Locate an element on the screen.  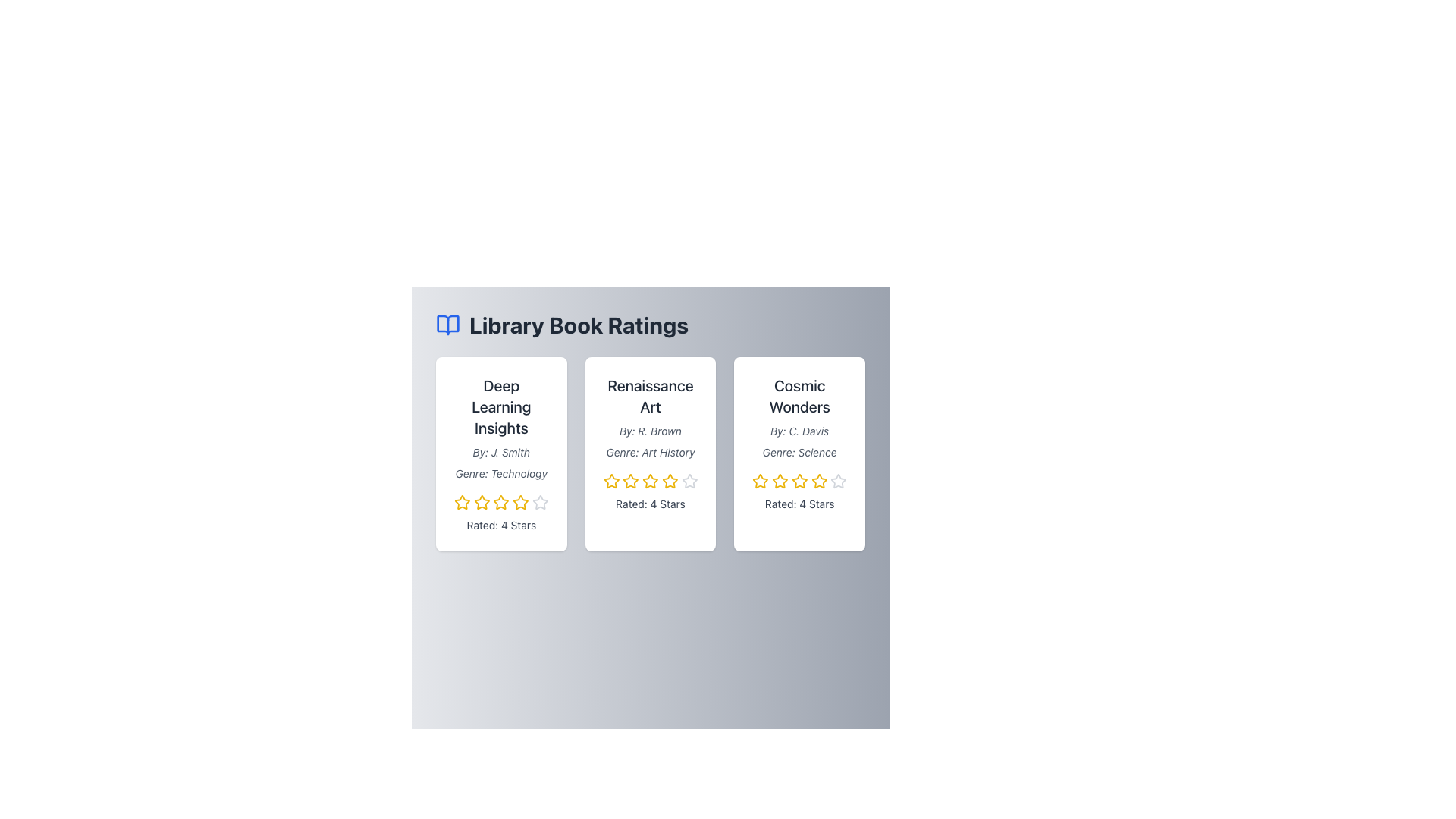
the rating is located at coordinates (797, 481).